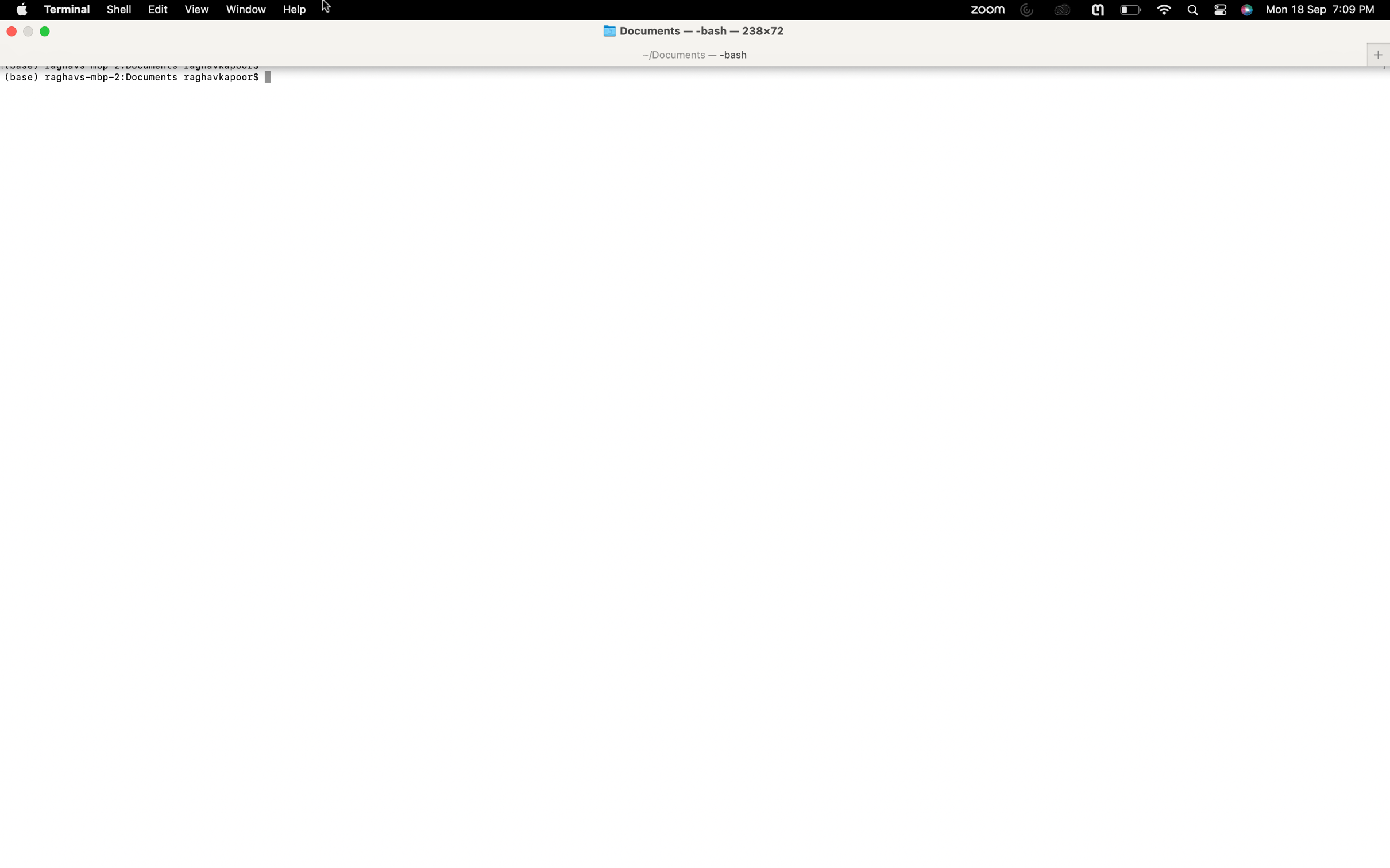 This screenshot has height=868, width=1390. Describe the element at coordinates (295, 10) in the screenshot. I see `settings through the help options tab` at that location.